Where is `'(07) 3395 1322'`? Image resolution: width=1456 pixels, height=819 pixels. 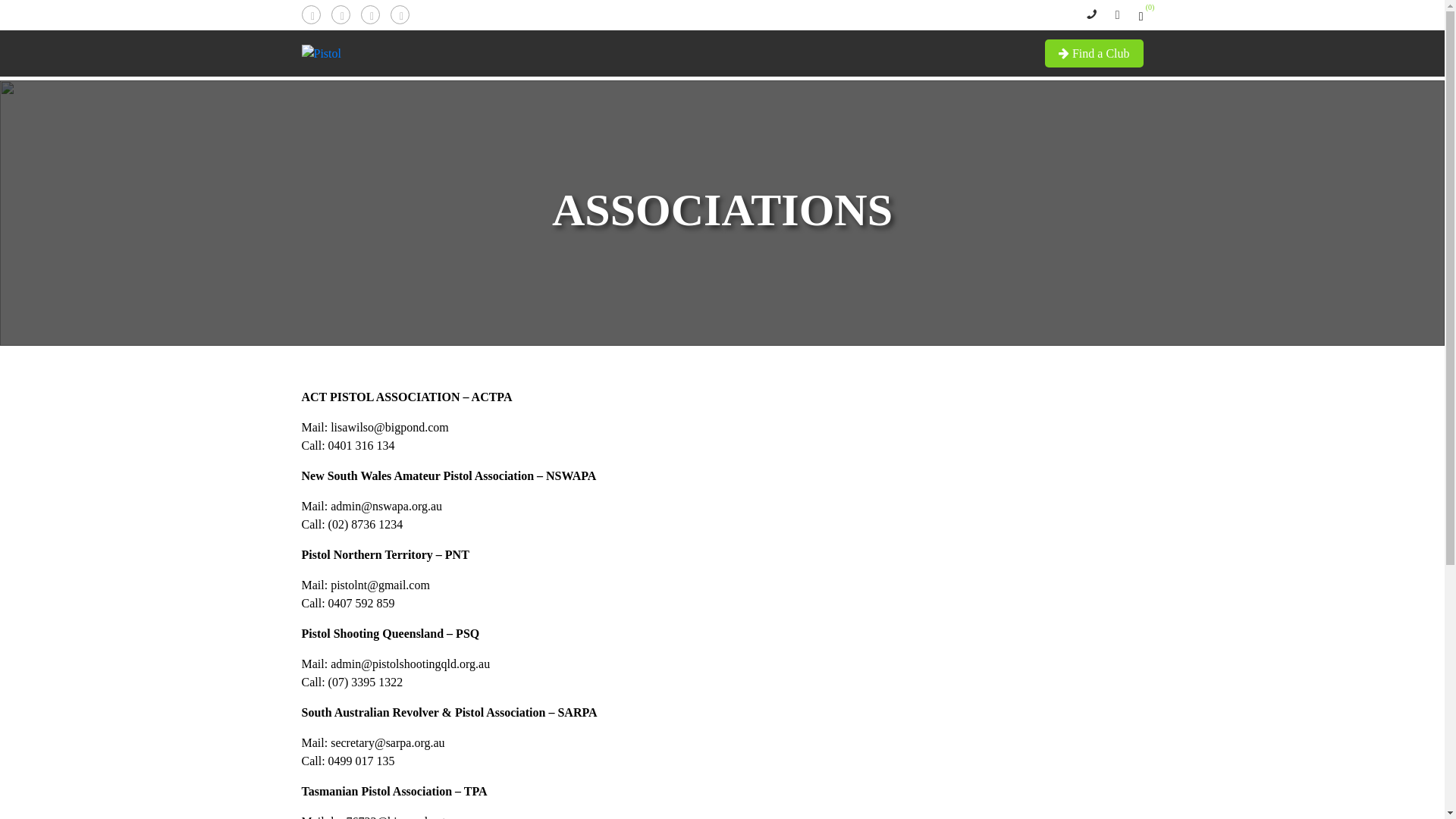 '(07) 3395 1322' is located at coordinates (366, 681).